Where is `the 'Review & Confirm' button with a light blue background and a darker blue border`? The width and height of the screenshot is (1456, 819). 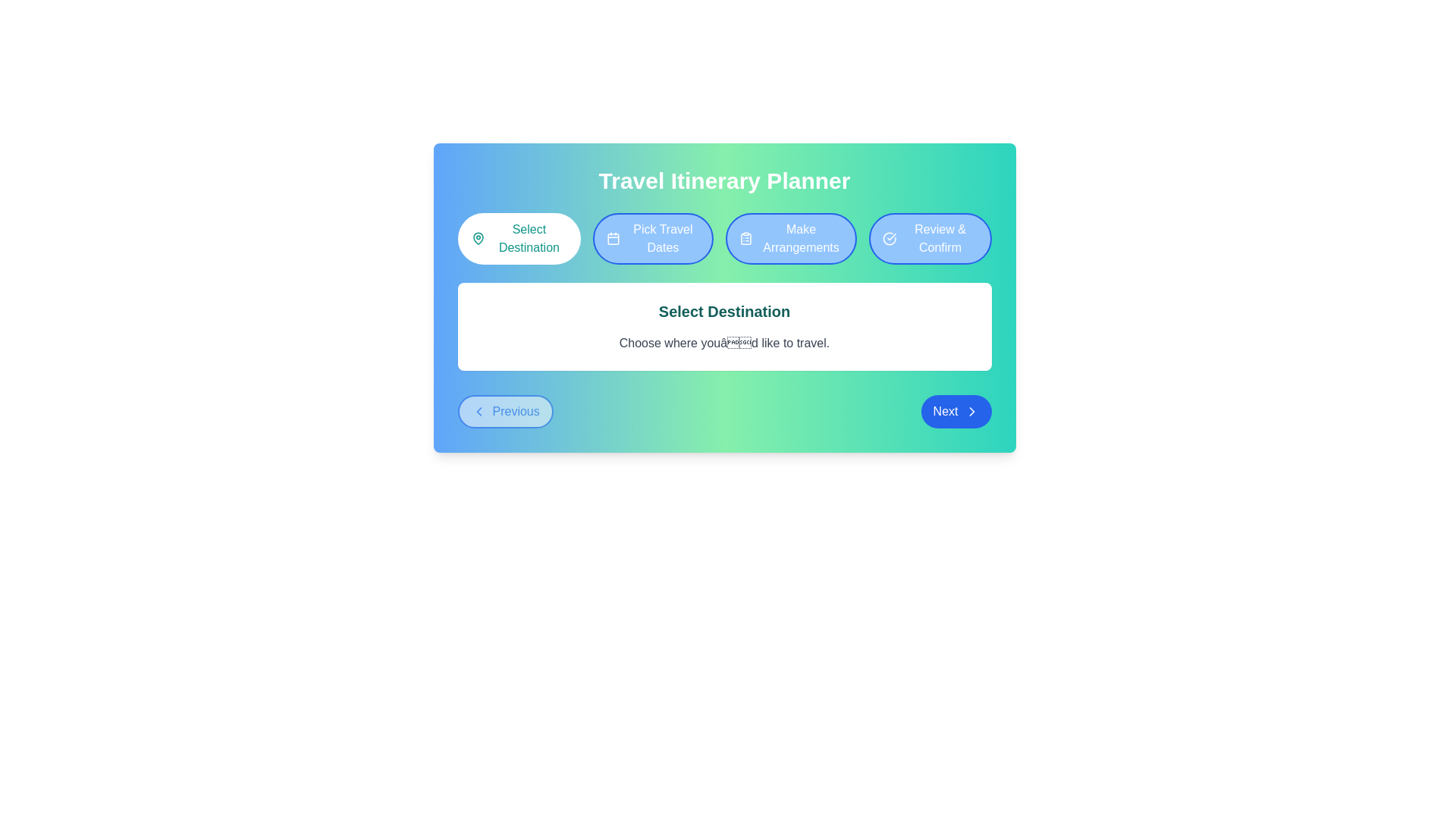
the 'Review & Confirm' button with a light blue background and a darker blue border is located at coordinates (929, 239).